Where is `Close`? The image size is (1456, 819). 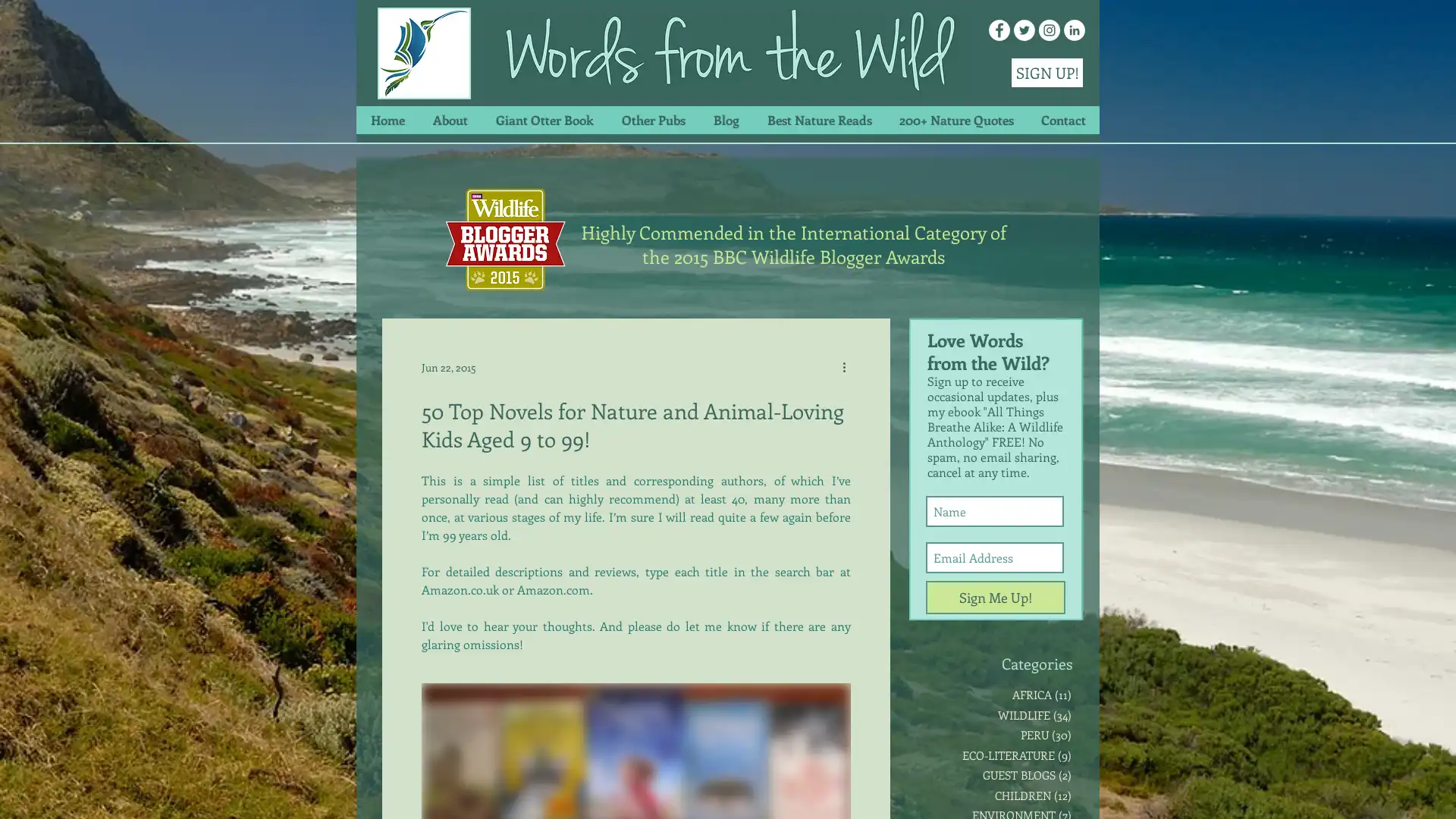
Close is located at coordinates (1437, 792).